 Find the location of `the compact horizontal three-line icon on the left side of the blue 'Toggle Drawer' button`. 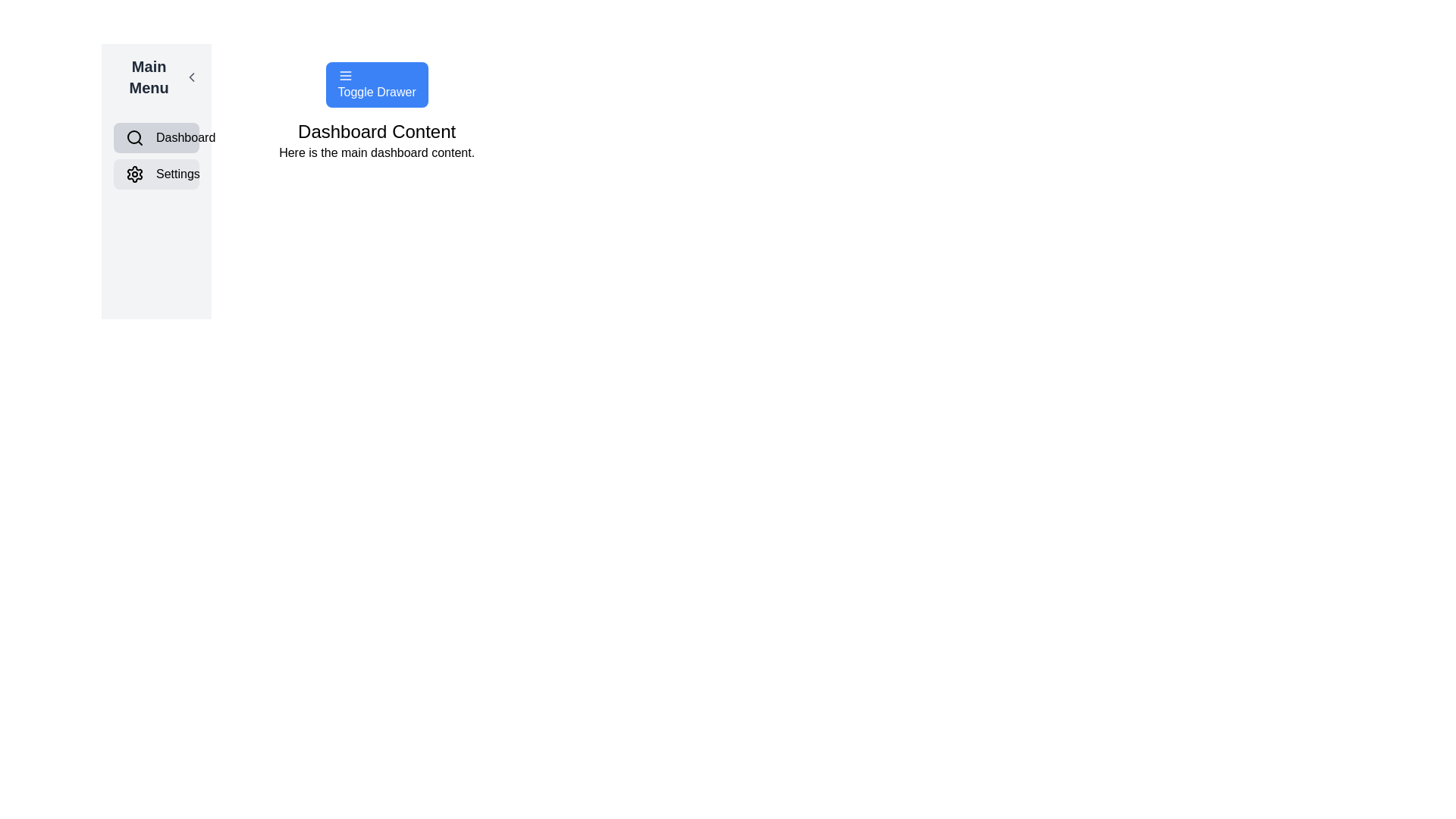

the compact horizontal three-line icon on the left side of the blue 'Toggle Drawer' button is located at coordinates (344, 76).